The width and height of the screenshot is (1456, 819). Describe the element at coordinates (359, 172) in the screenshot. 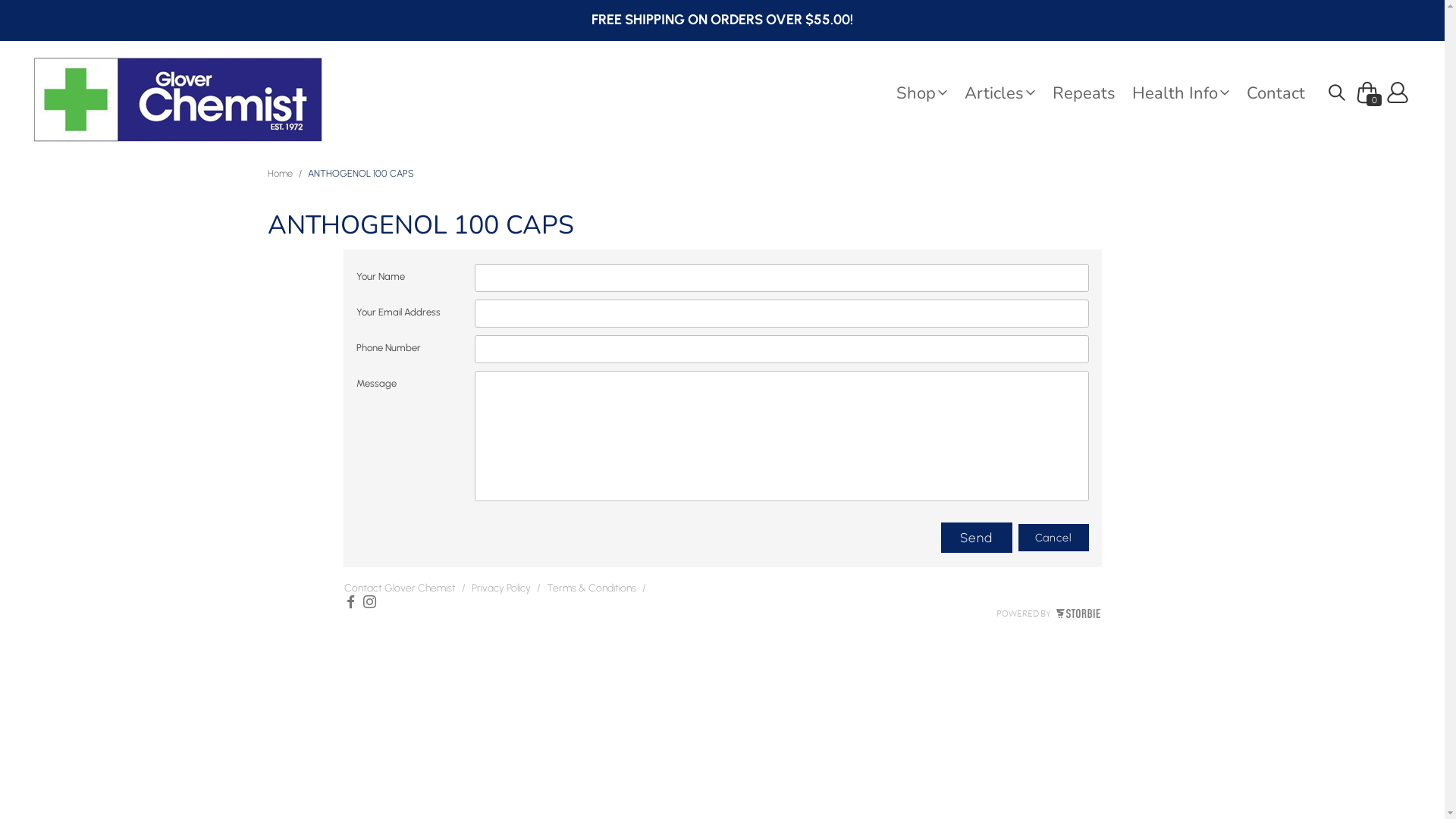

I see `'ANTHOGENOL 100 CAPS'` at that location.